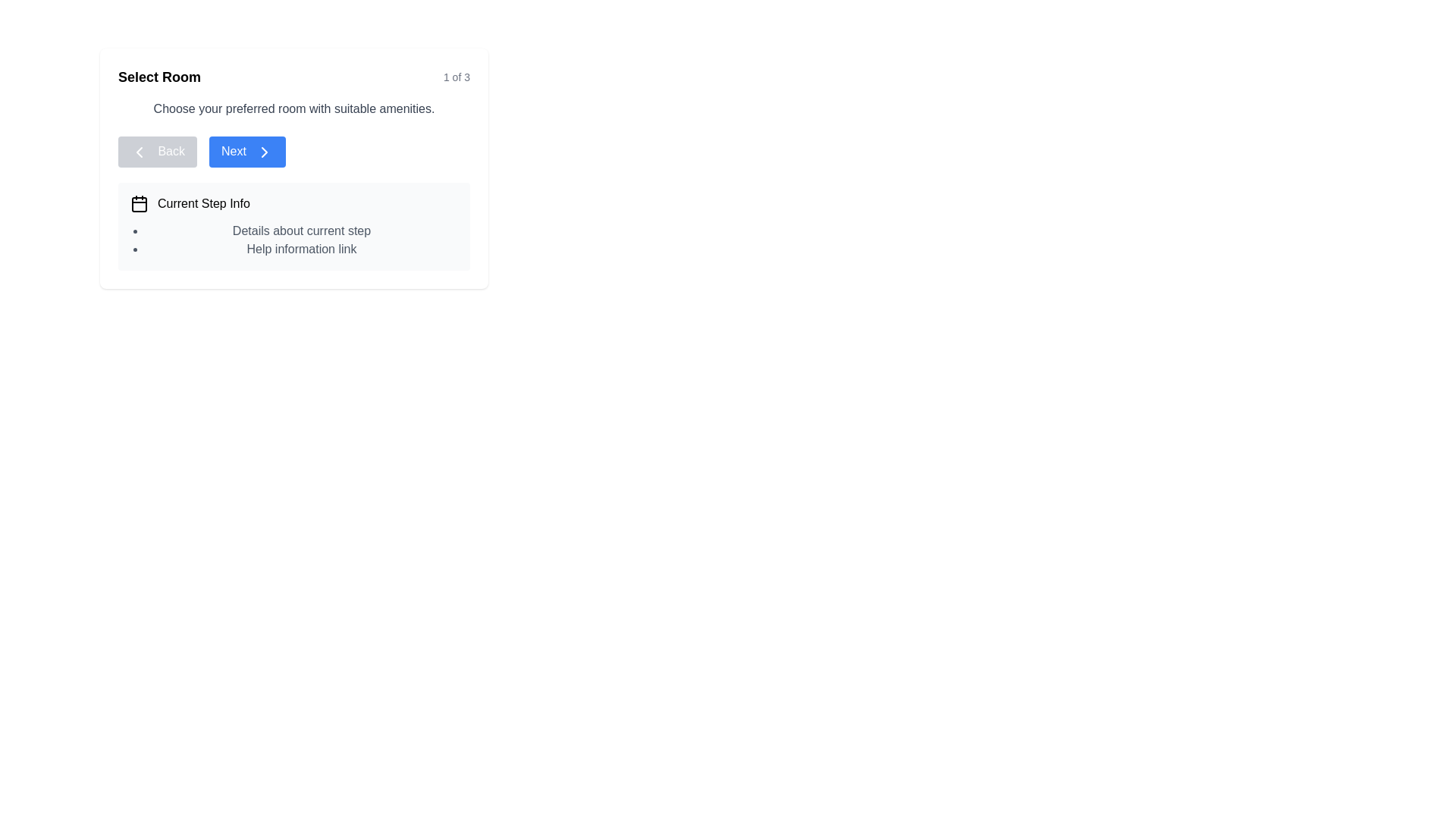 The height and width of the screenshot is (819, 1456). I want to click on text label providing supplementary information regarding the current step of the process, located under the heading 'Current Step Info' as the first item in the bullet-point list, so click(302, 231).